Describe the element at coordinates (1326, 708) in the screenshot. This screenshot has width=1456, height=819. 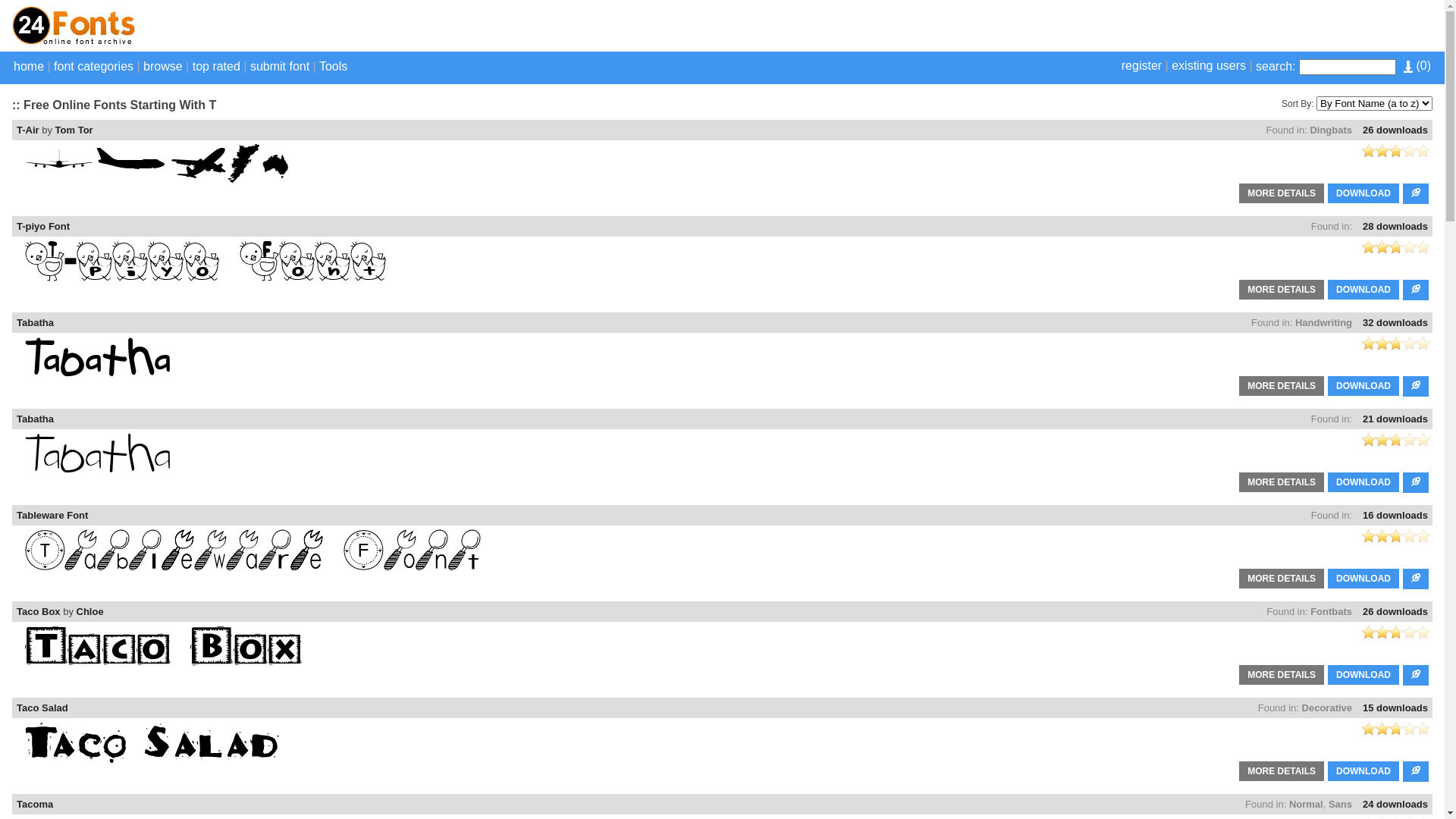
I see `'Decorative'` at that location.